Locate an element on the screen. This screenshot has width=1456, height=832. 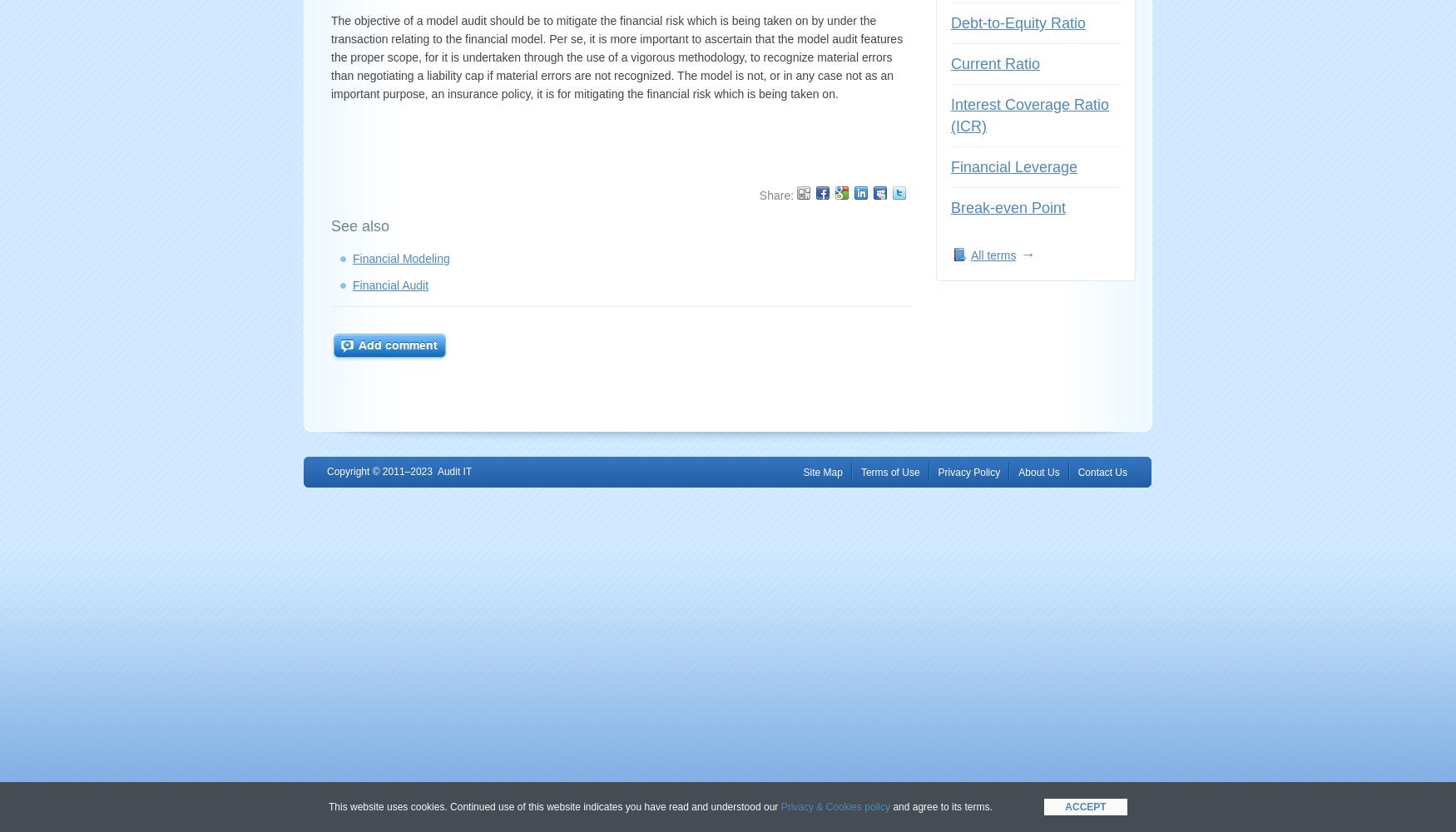
'Privacy Policy' is located at coordinates (937, 472).